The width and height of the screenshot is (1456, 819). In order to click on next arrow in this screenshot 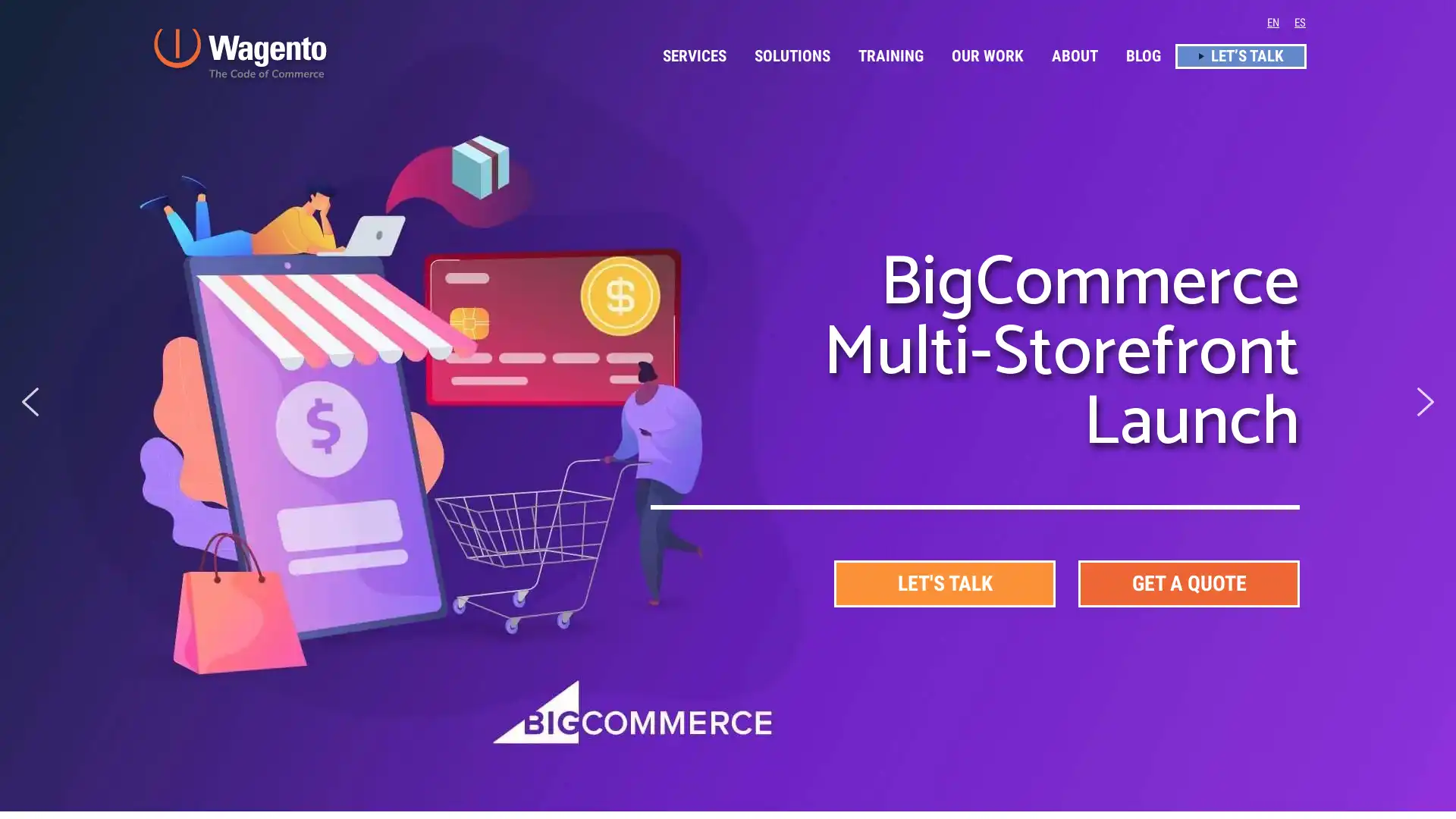, I will do `click(1425, 400)`.